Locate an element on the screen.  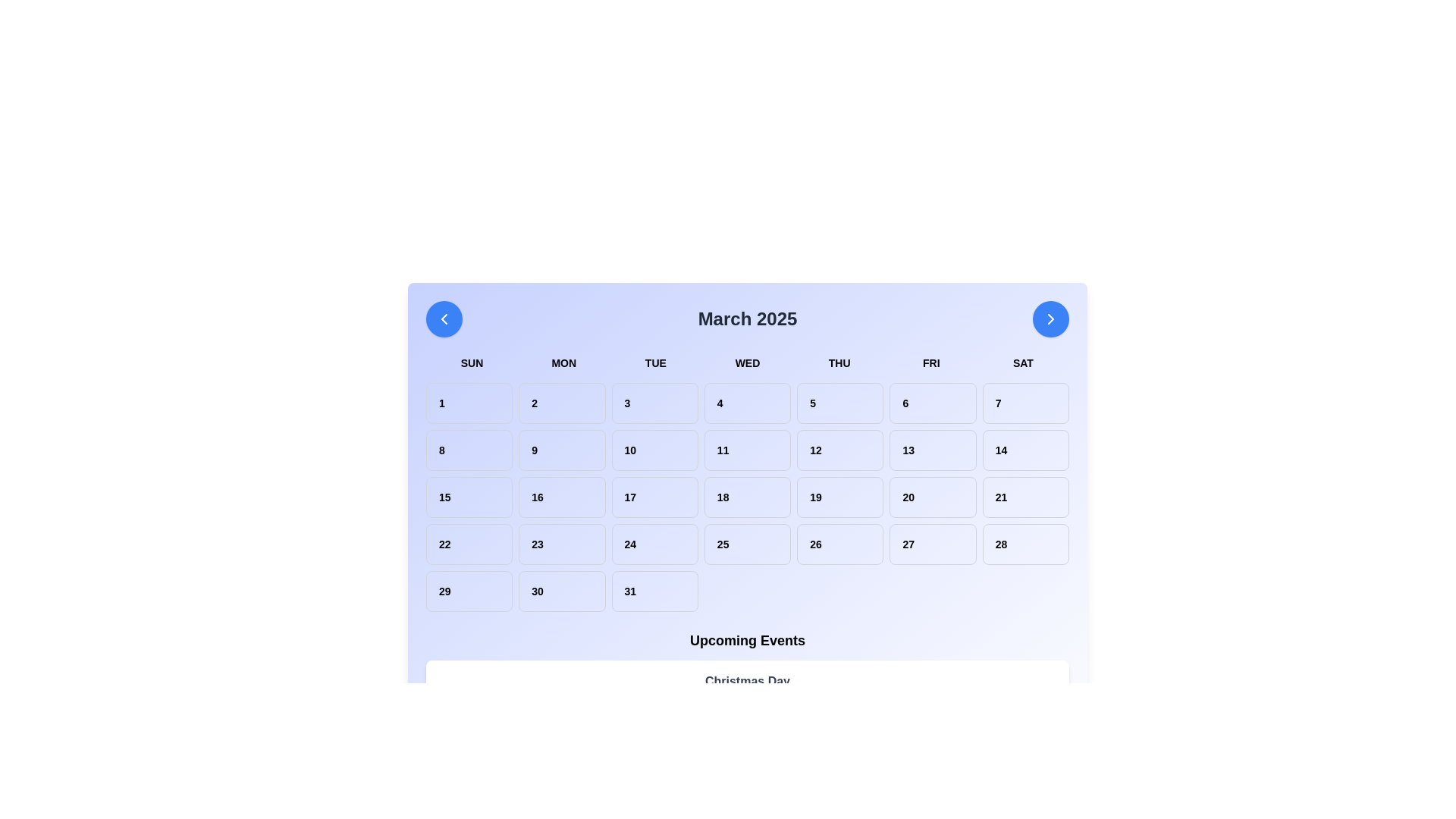
the button on the left side of the header section that allows users to navigate to the previous month in the calendar interface to activate its hover effect is located at coordinates (443, 318).